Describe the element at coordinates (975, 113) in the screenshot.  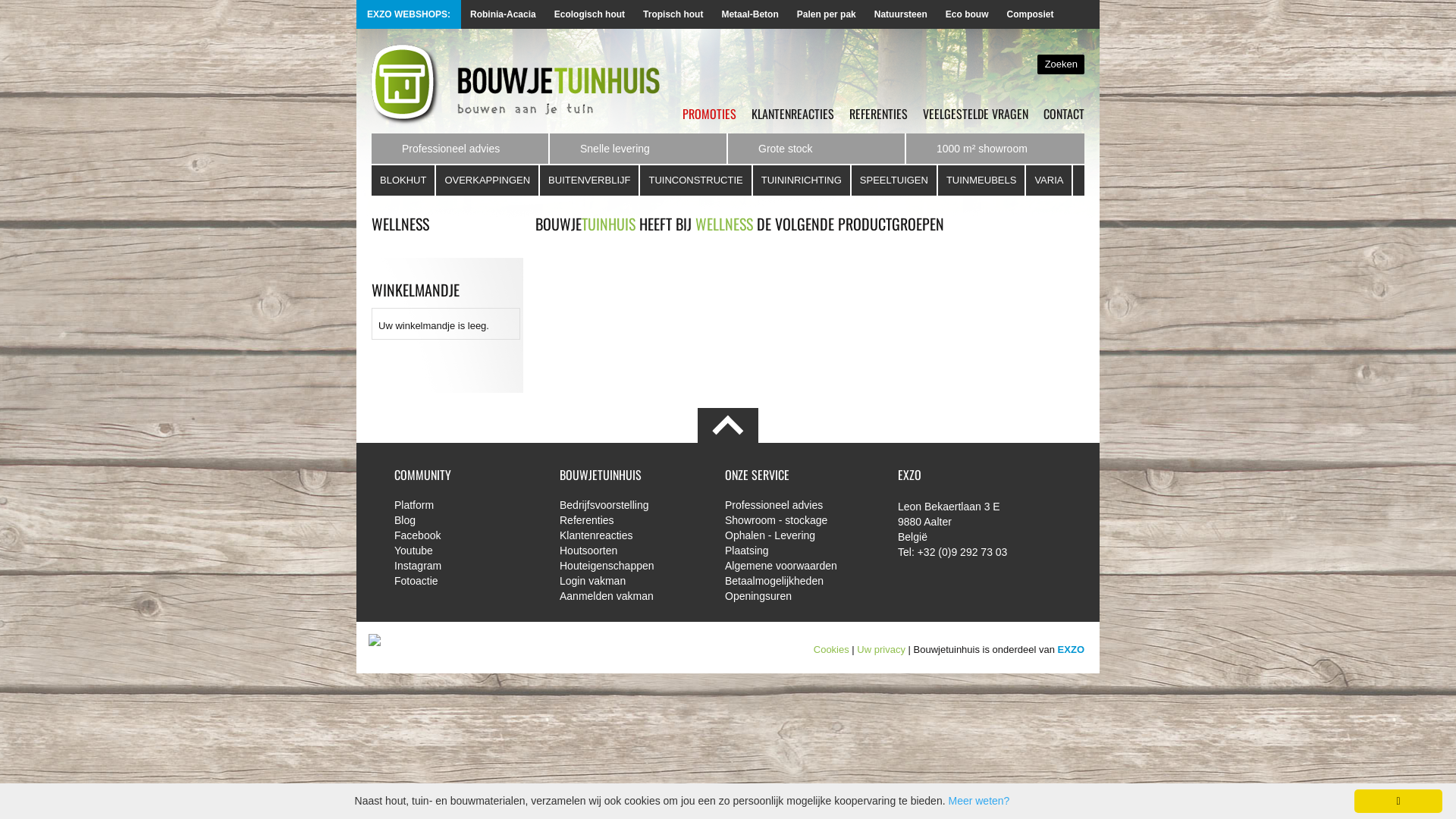
I see `'VEELGESTELDE VRAGEN'` at that location.